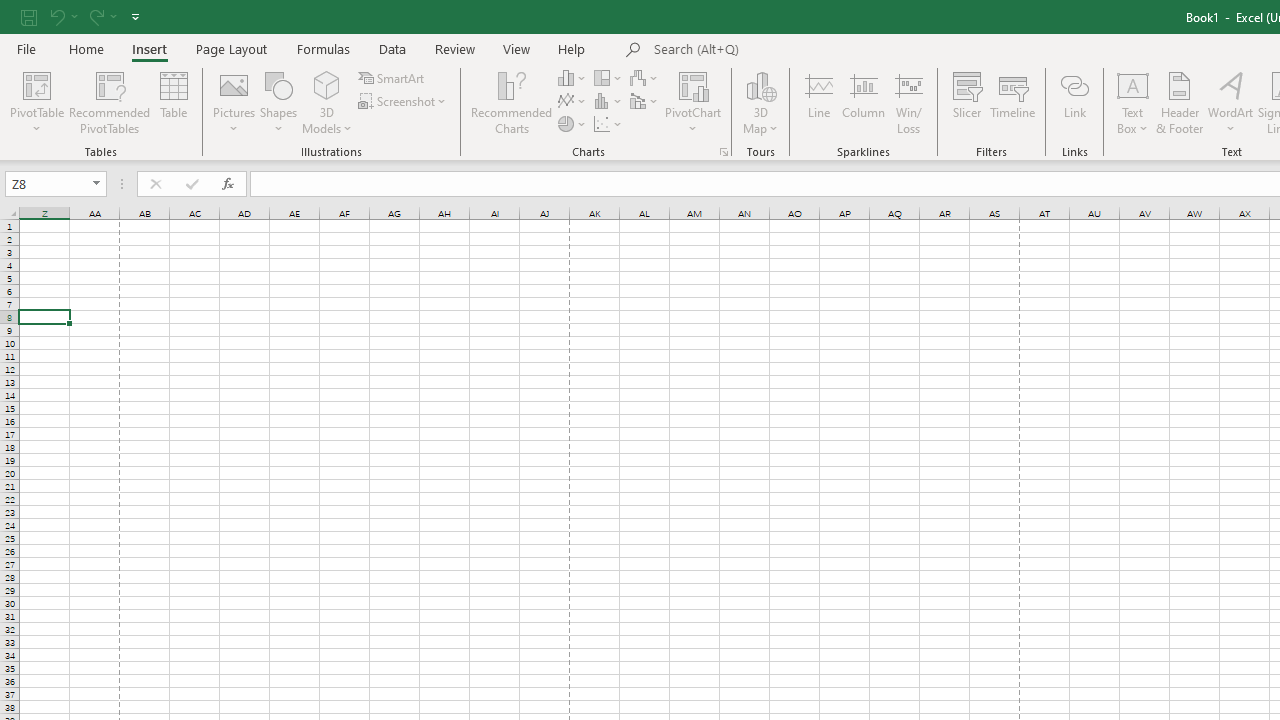 This screenshot has width=1280, height=720. What do you see at coordinates (1133, 103) in the screenshot?
I see `'Text Box'` at bounding box center [1133, 103].